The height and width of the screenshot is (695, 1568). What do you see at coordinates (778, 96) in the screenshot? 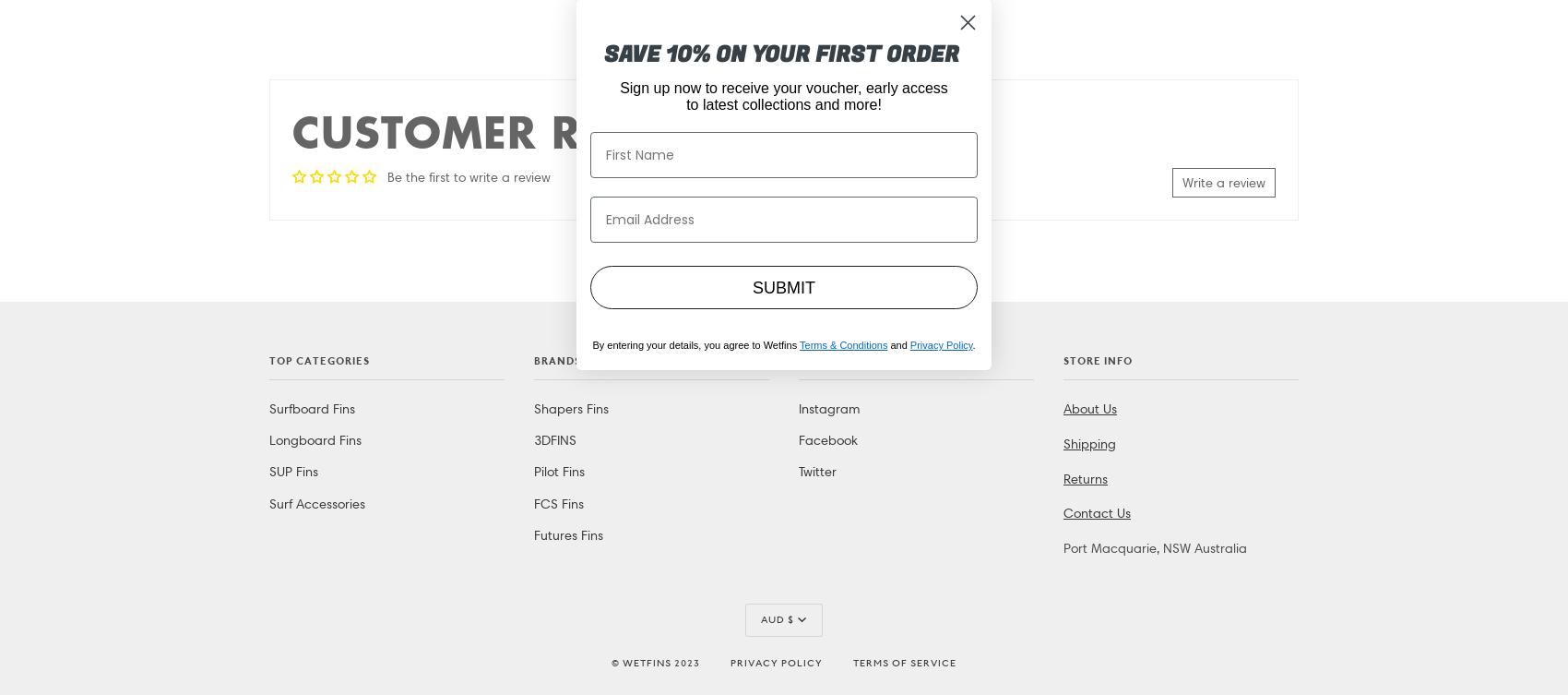
I see `'CDF Fr'` at bounding box center [778, 96].